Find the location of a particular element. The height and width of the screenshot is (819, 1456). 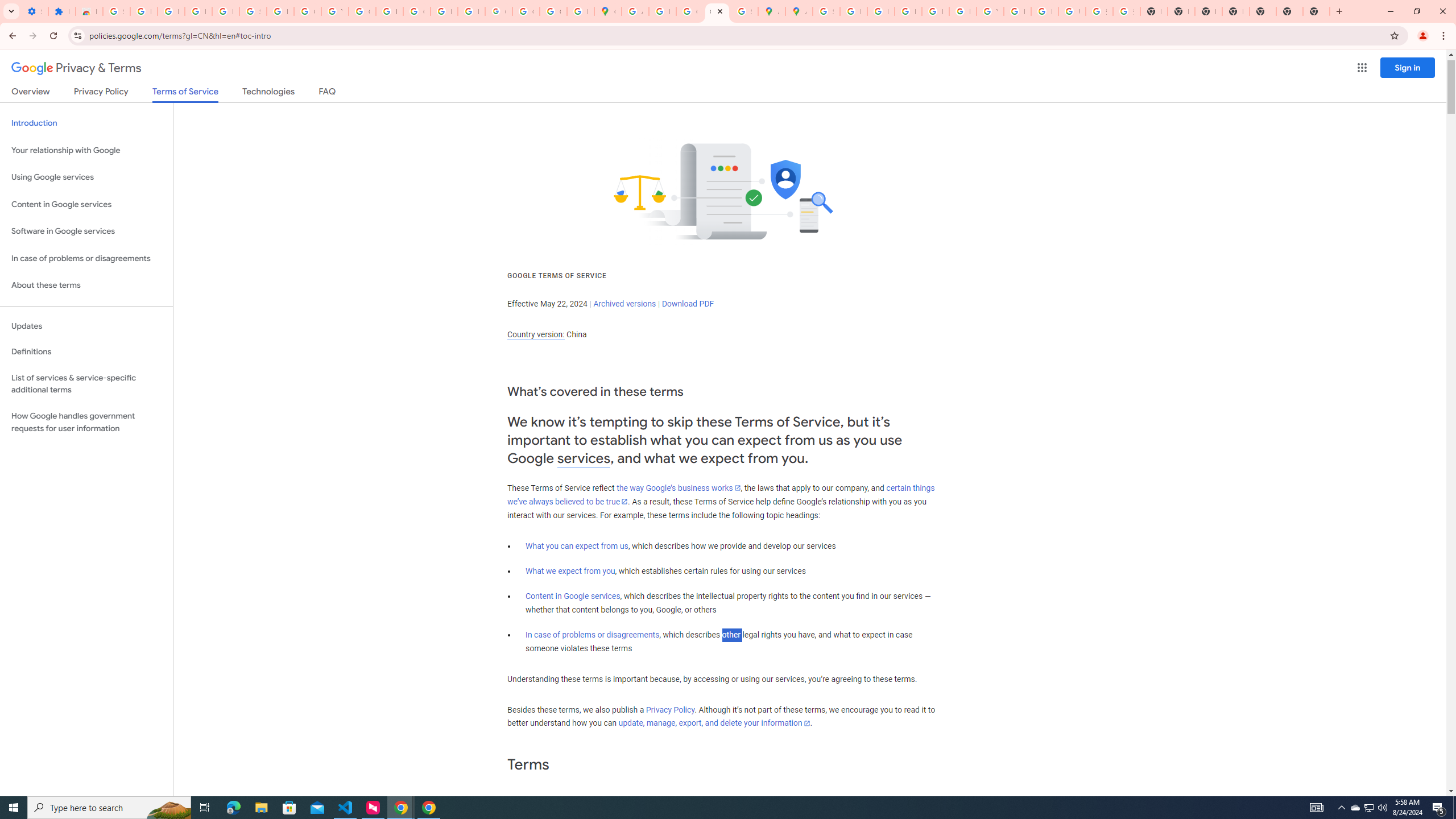

'Archived versions' is located at coordinates (624, 303).